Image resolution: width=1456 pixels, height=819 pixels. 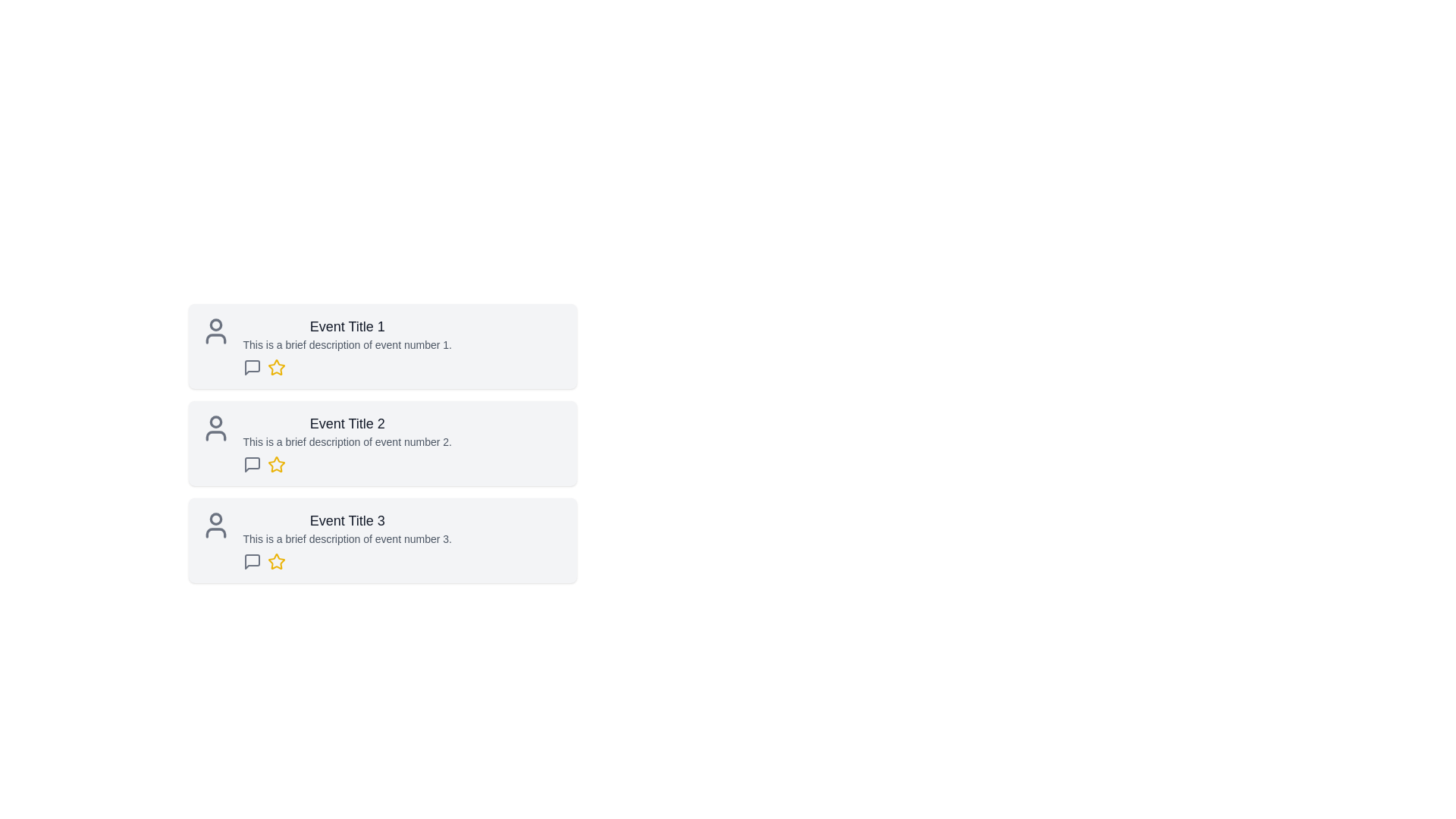 What do you see at coordinates (252, 464) in the screenshot?
I see `the first icon in the row of two icons associated with commenting or messaging functionality in the second event card to initiate a related action` at bounding box center [252, 464].